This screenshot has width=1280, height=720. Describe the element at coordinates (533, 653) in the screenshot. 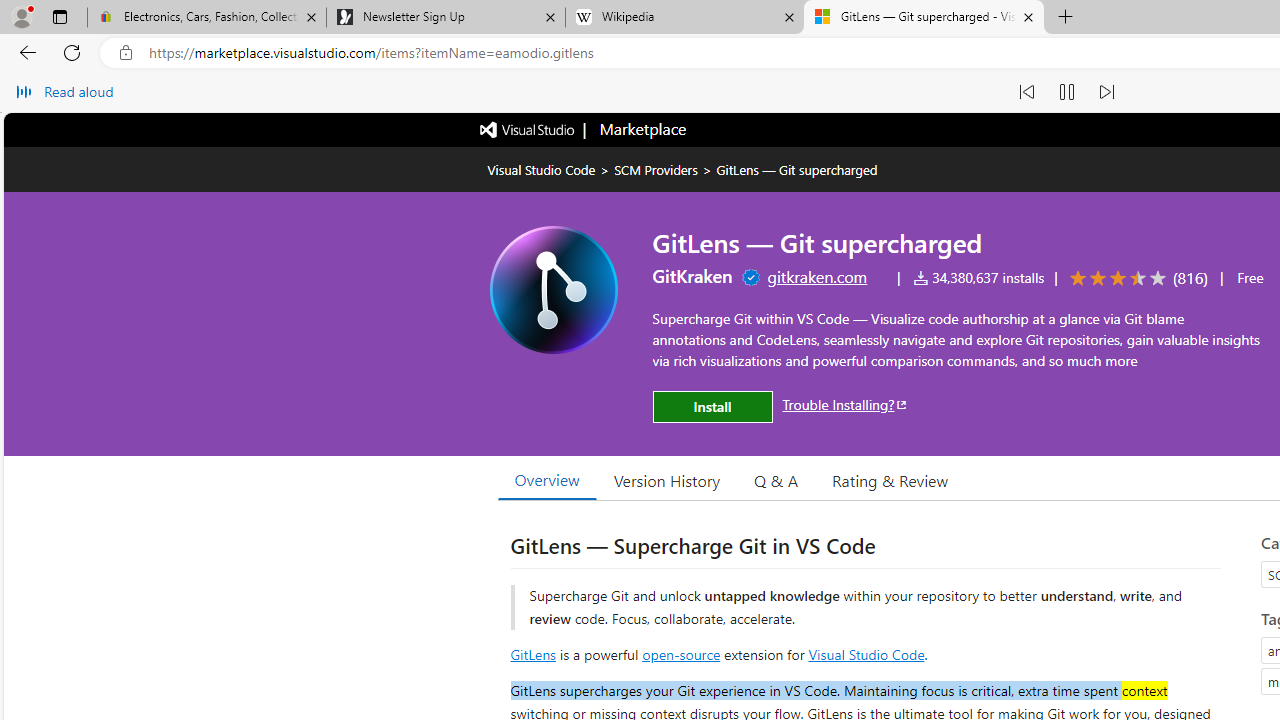

I see `'GitLens'` at that location.